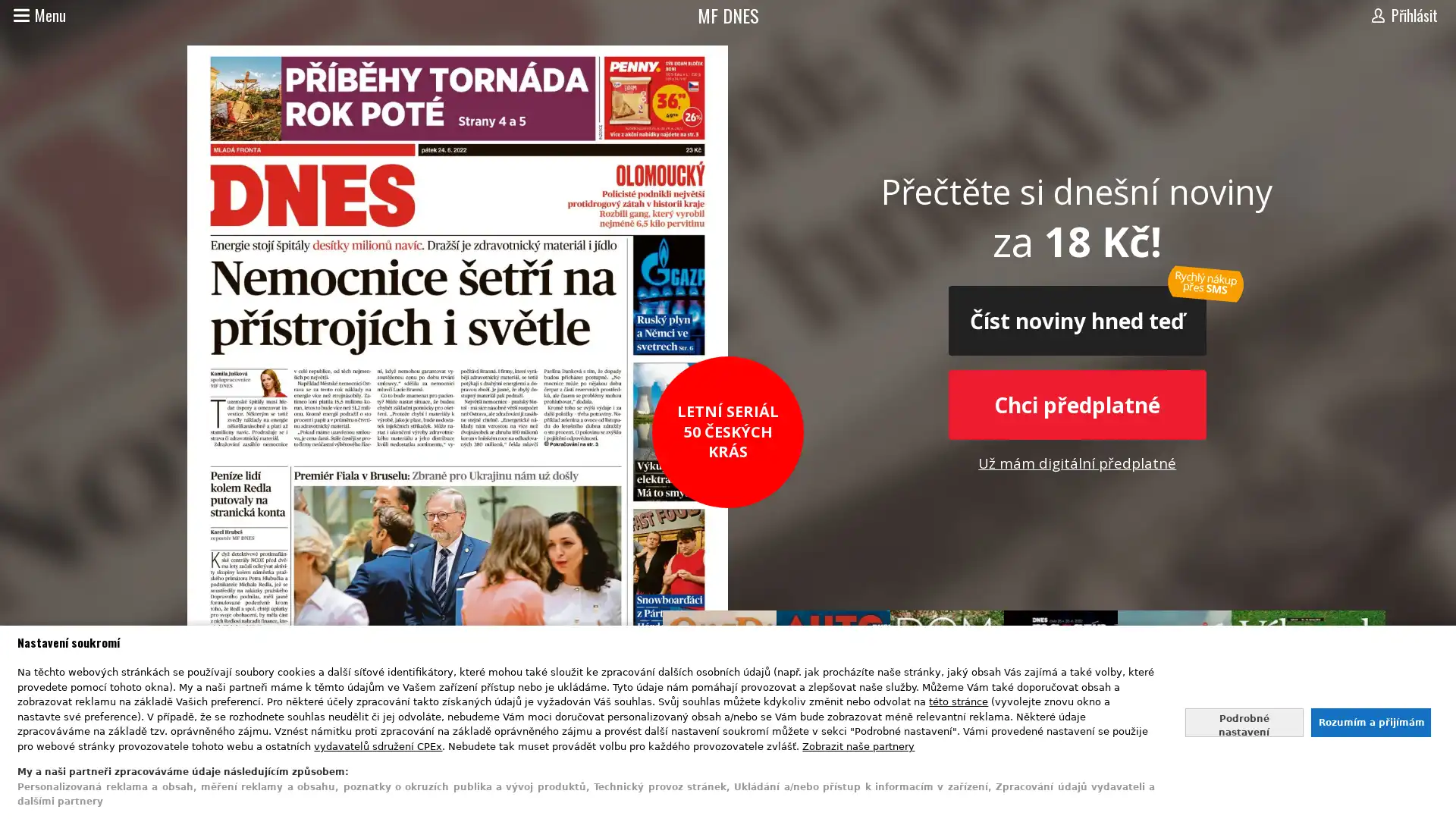  I want to click on Nastavte sve souhlasy, so click(1244, 721).